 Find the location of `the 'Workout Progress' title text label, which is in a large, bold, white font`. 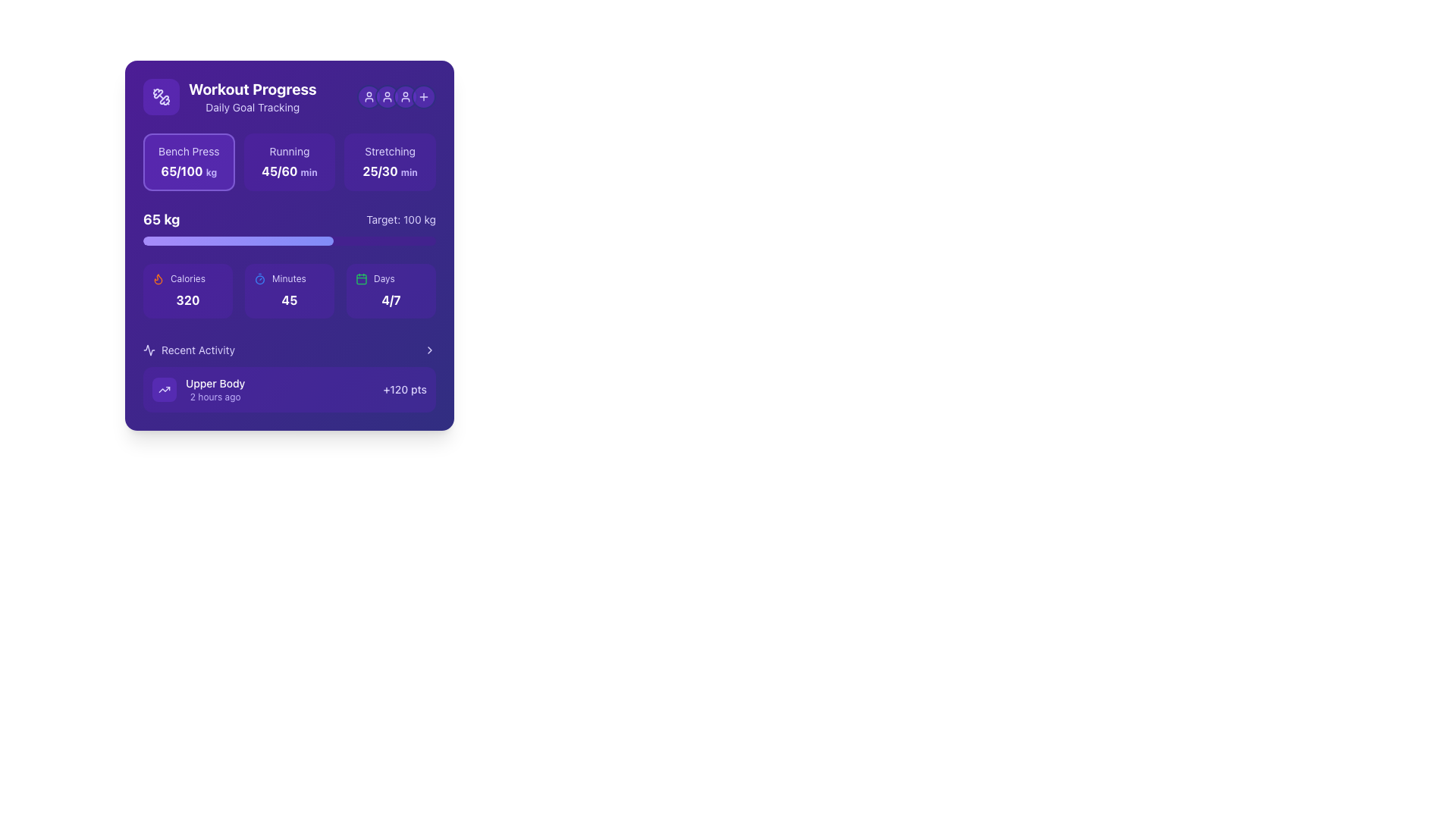

the 'Workout Progress' title text label, which is in a large, bold, white font is located at coordinates (253, 96).